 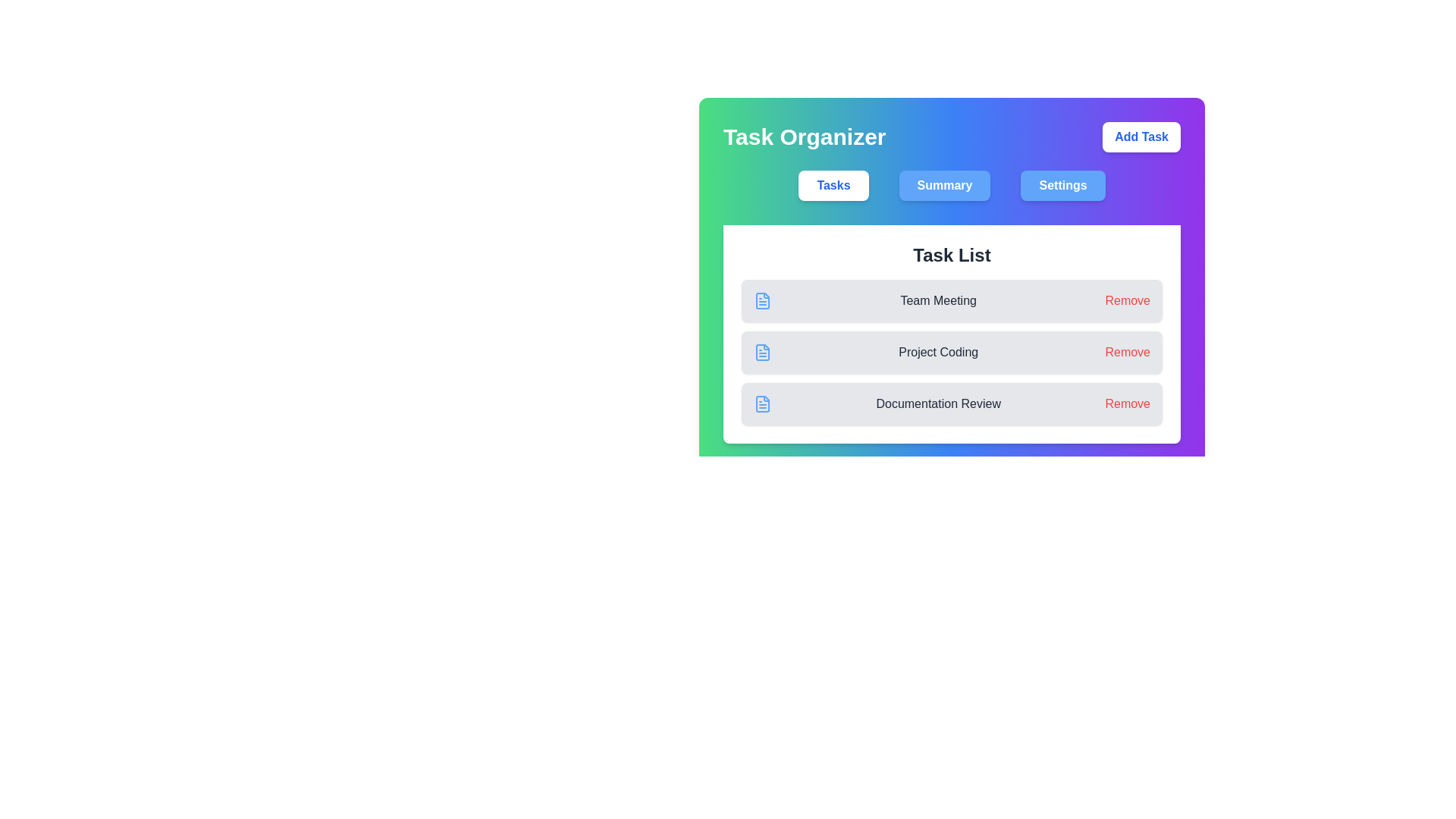 I want to click on the file icon related to the 'Team Meeting' task, which is the first icon in the task list section, so click(x=763, y=301).